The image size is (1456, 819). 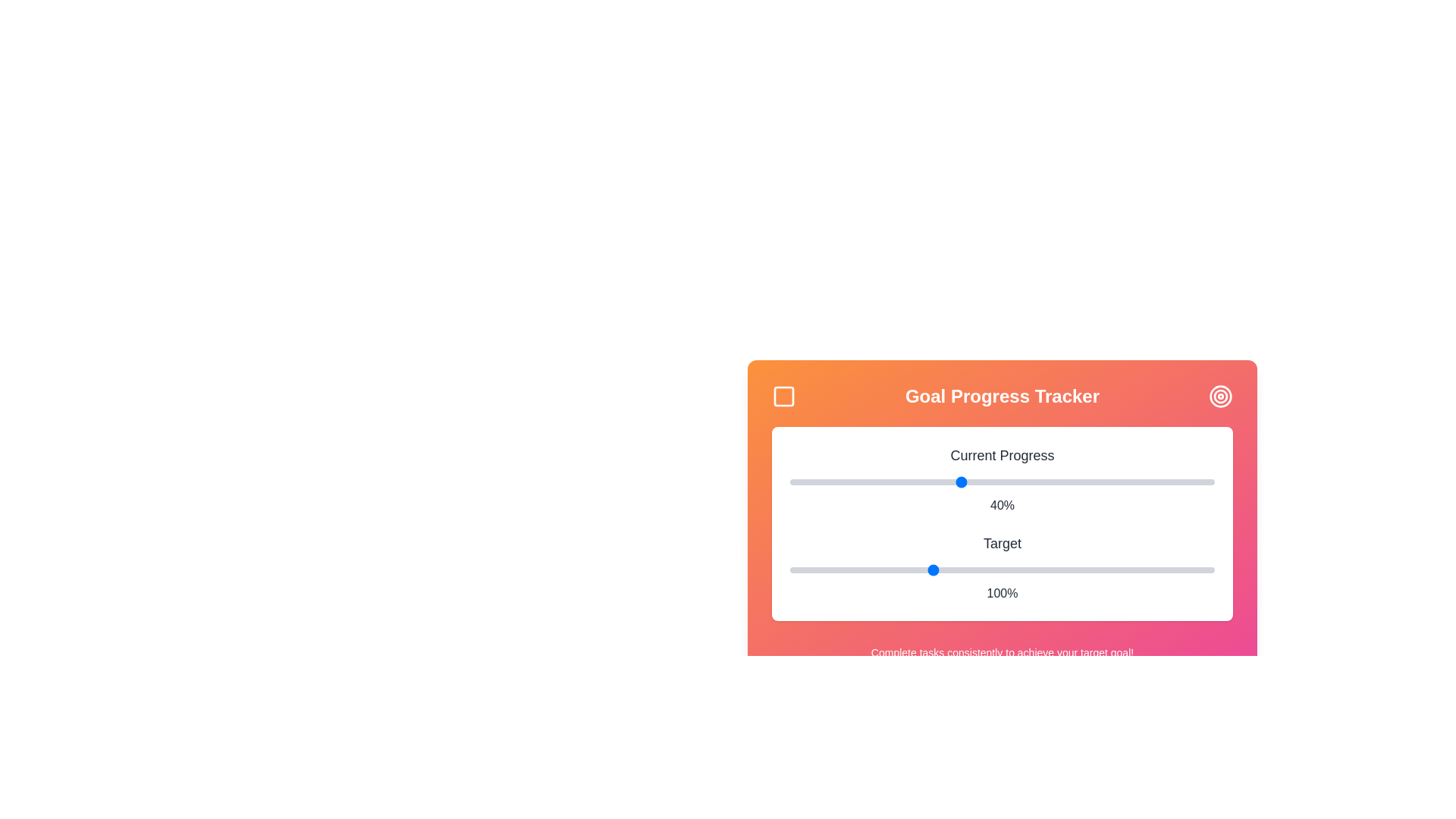 I want to click on the 'Target' slider to set its value to 164, so click(x=1112, y=570).